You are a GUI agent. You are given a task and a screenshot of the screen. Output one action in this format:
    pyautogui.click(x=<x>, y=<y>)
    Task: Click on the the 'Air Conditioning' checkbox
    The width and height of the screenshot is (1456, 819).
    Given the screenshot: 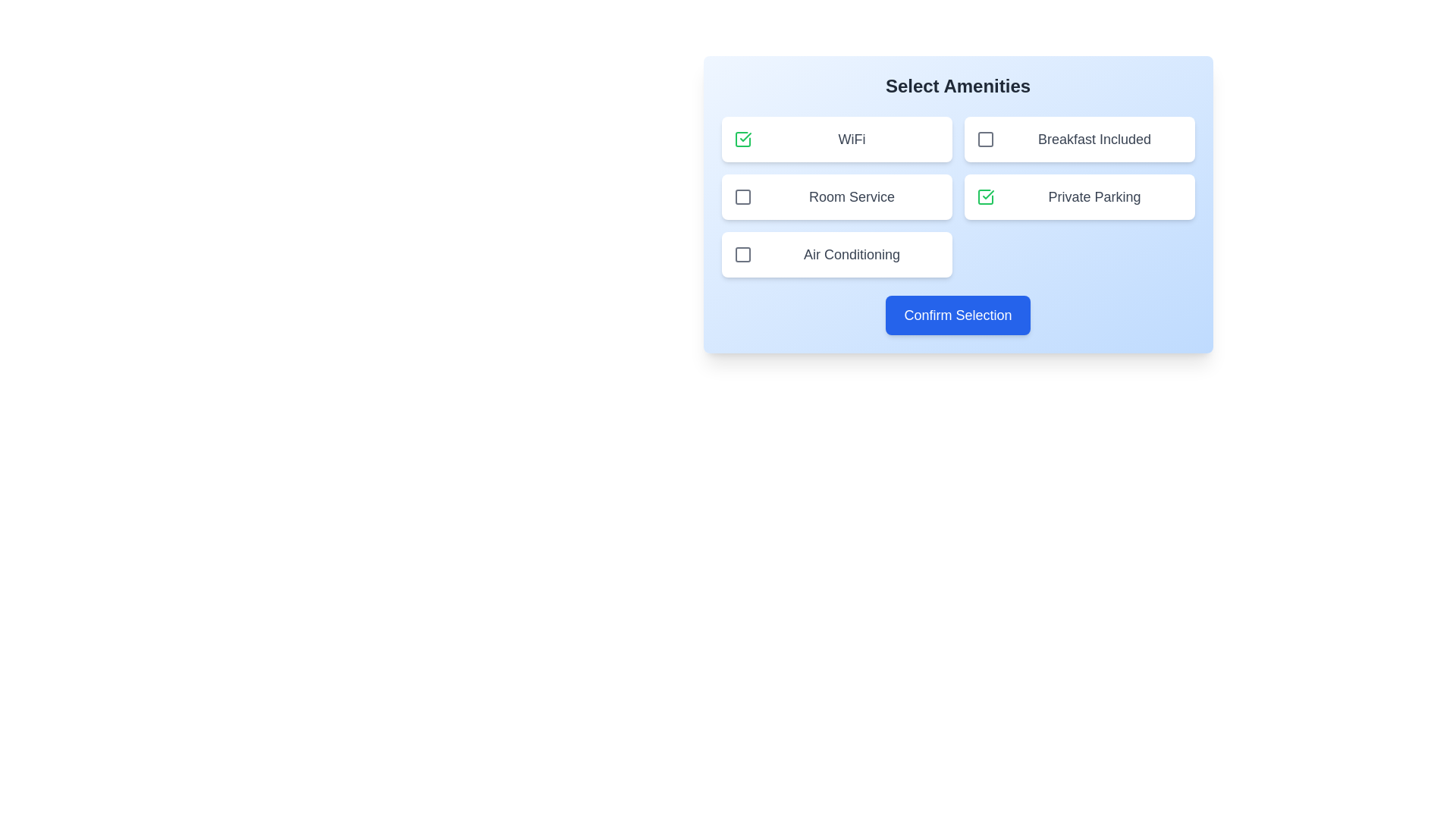 What is the action you would take?
    pyautogui.click(x=836, y=253)
    